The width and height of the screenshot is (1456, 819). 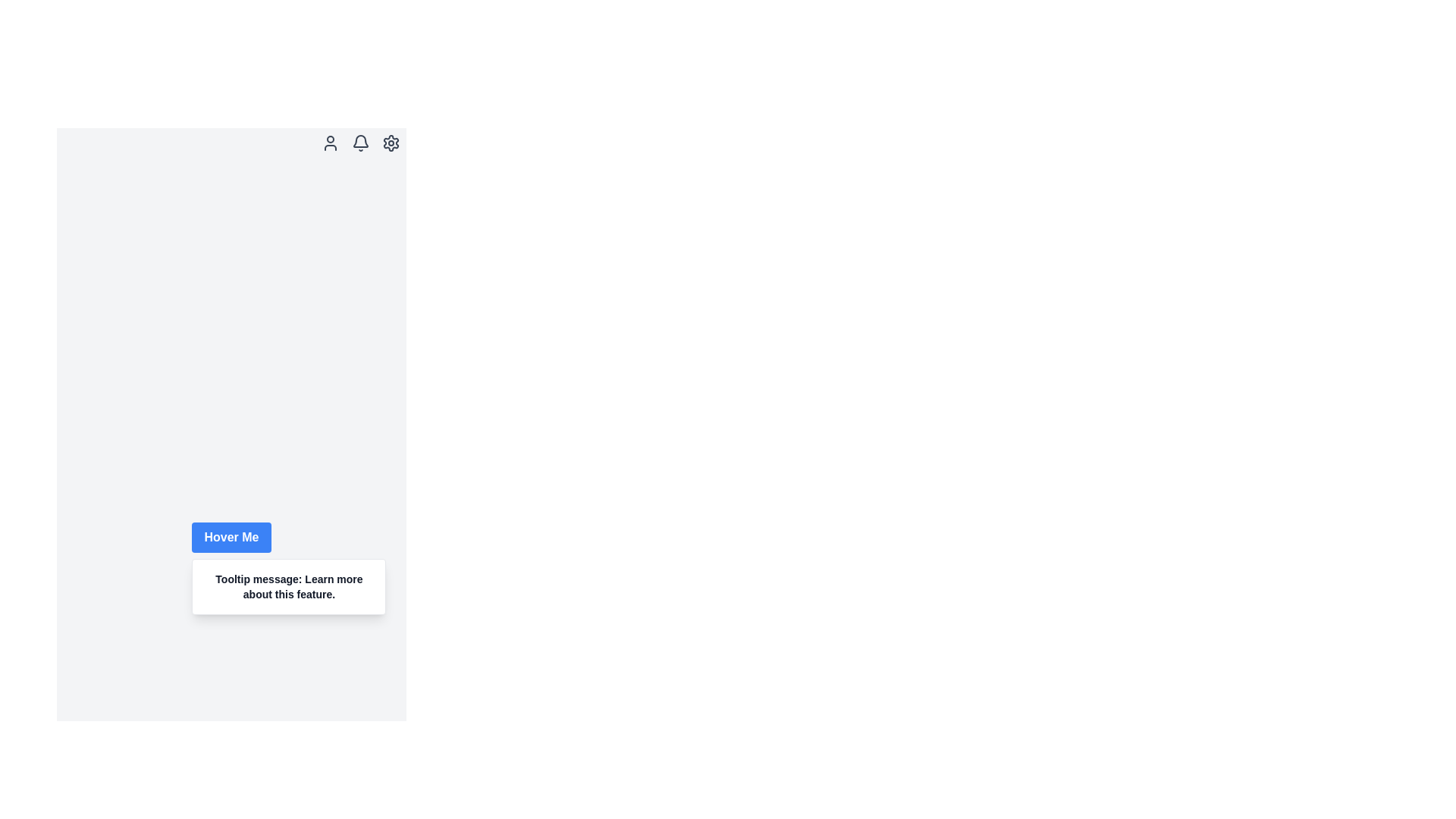 What do you see at coordinates (391, 143) in the screenshot?
I see `the settings icon located in the top-right corner of the interface` at bounding box center [391, 143].